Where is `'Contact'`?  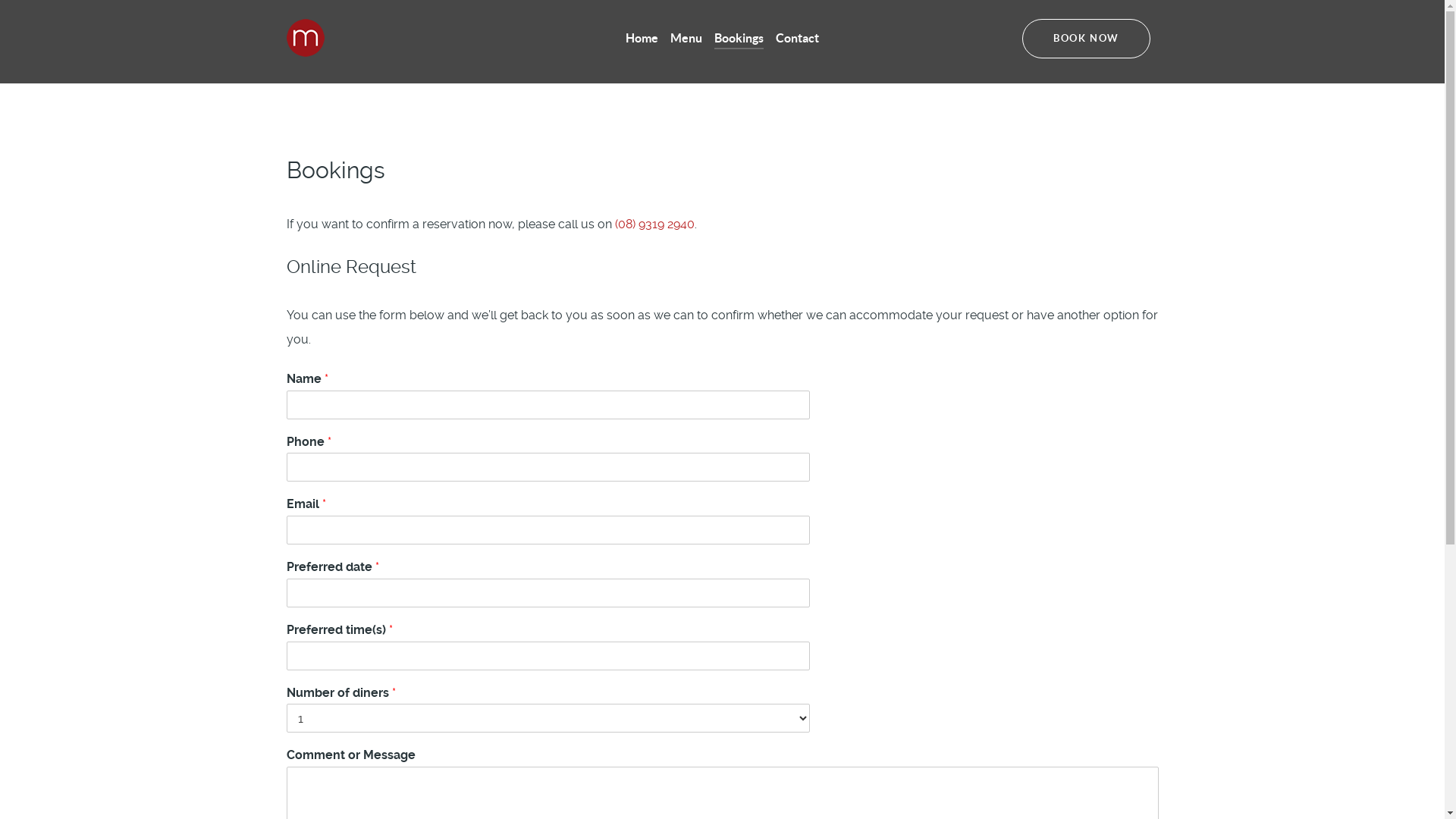 'Contact' is located at coordinates (796, 38).